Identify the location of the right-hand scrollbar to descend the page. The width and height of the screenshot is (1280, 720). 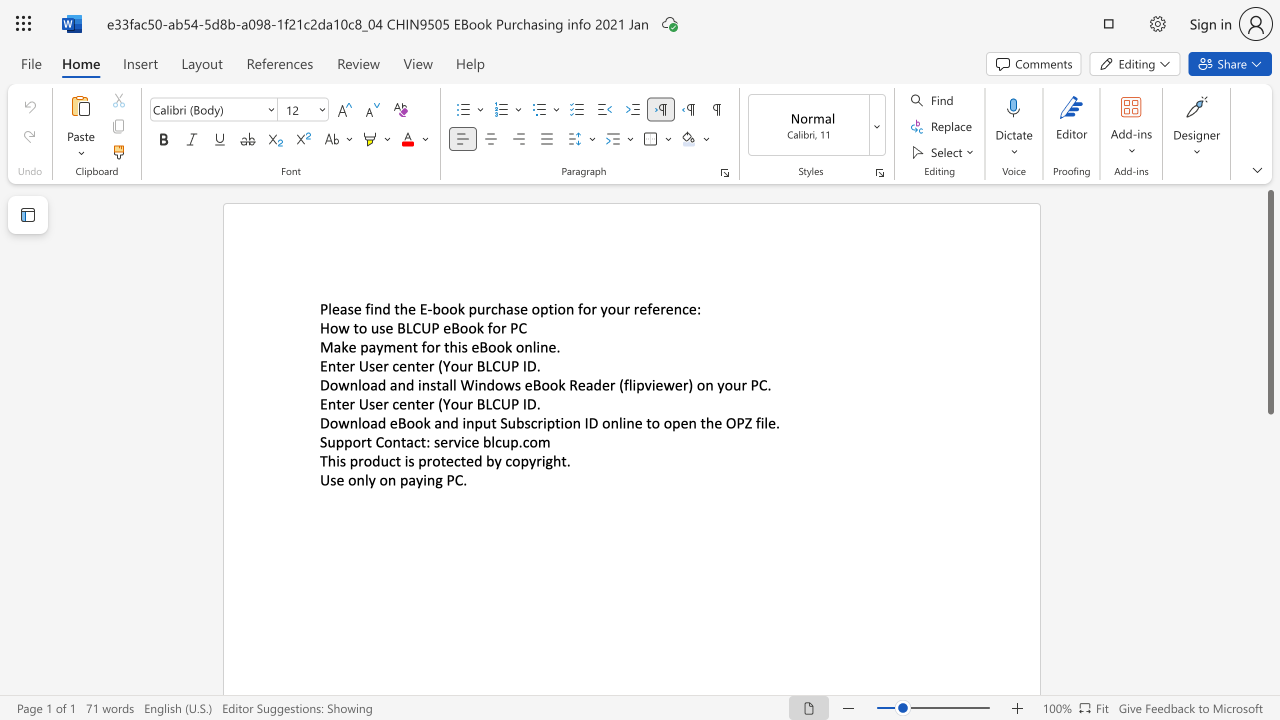
(1269, 560).